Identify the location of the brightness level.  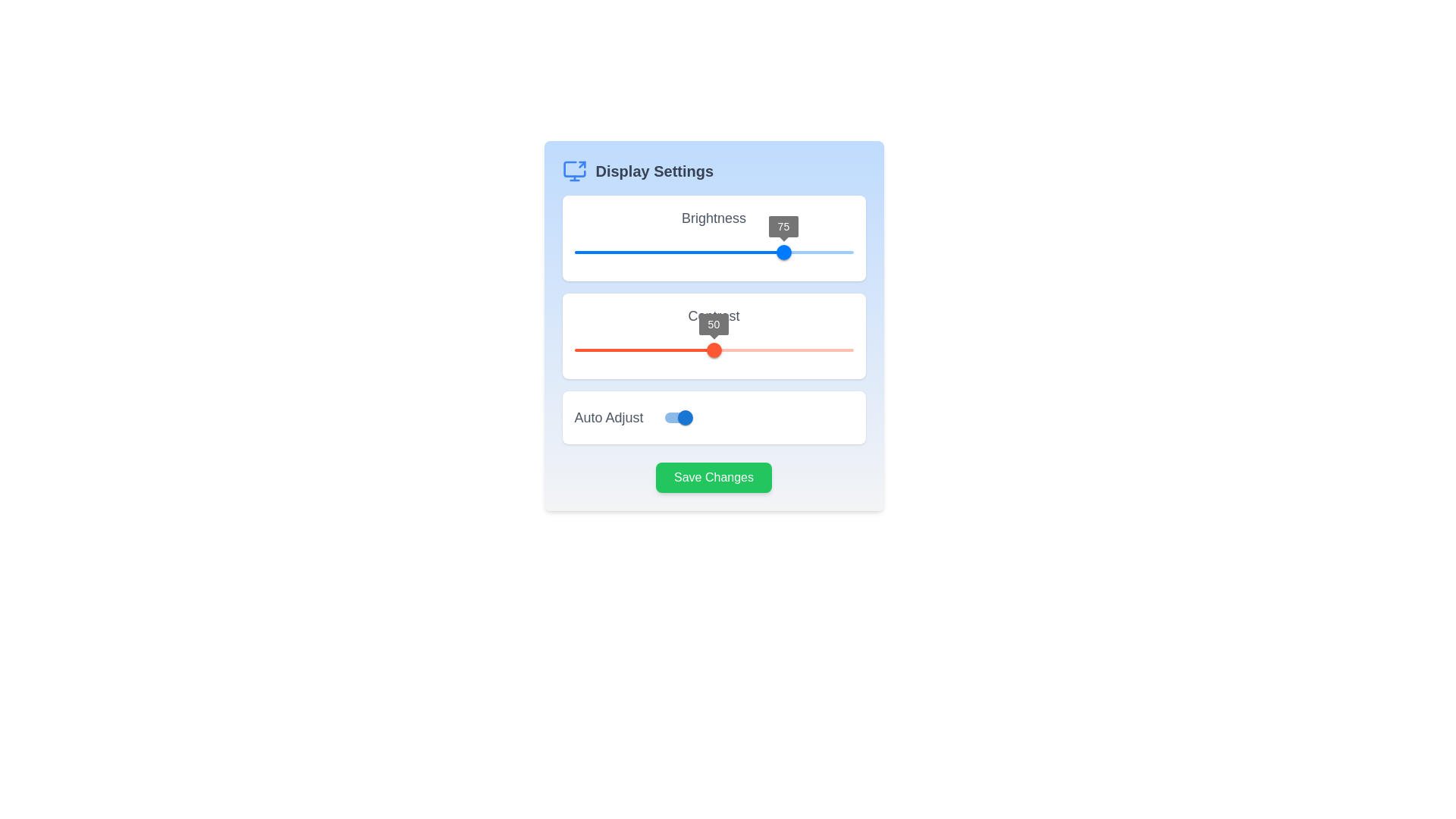
(833, 251).